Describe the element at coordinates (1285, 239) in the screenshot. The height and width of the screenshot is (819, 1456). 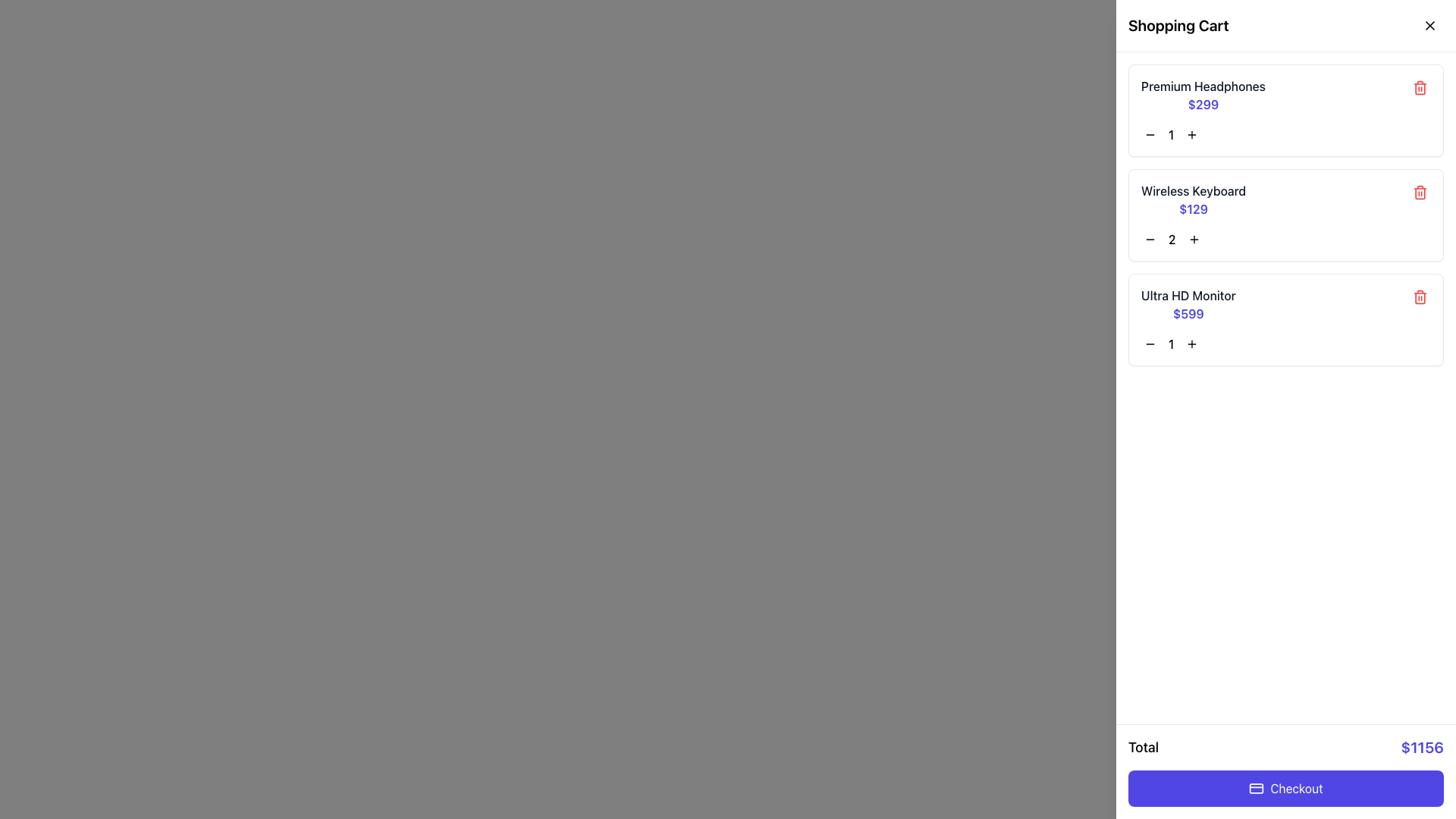
I see `the numeric display component showing the current quantity '2' of the item 'Wireless Keyboard' in the cart, located between the decrement and increment buttons` at that location.